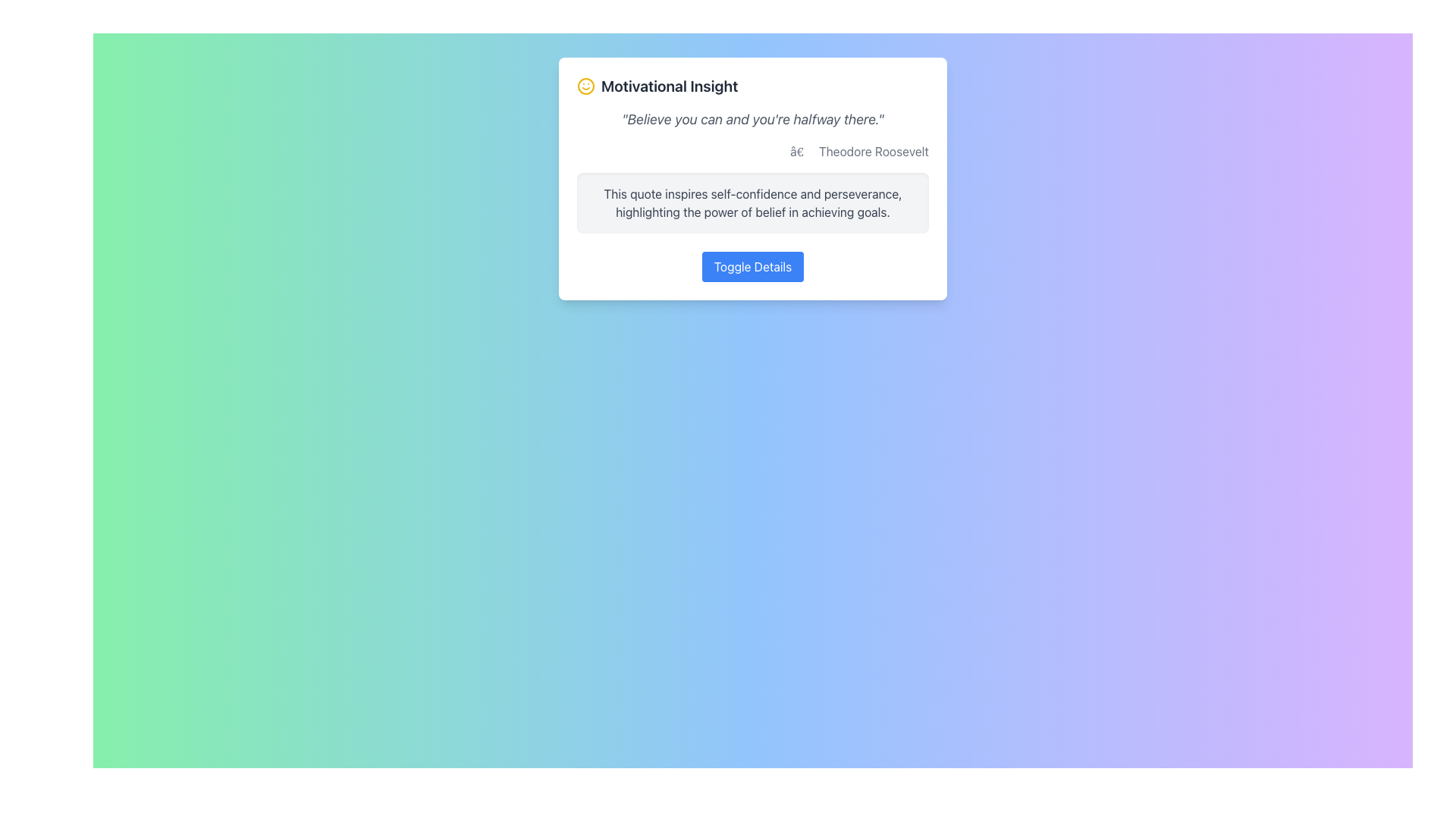 The height and width of the screenshot is (819, 1456). Describe the element at coordinates (753, 265) in the screenshot. I see `the interactive button at the bottom of the motivational quote card` at that location.